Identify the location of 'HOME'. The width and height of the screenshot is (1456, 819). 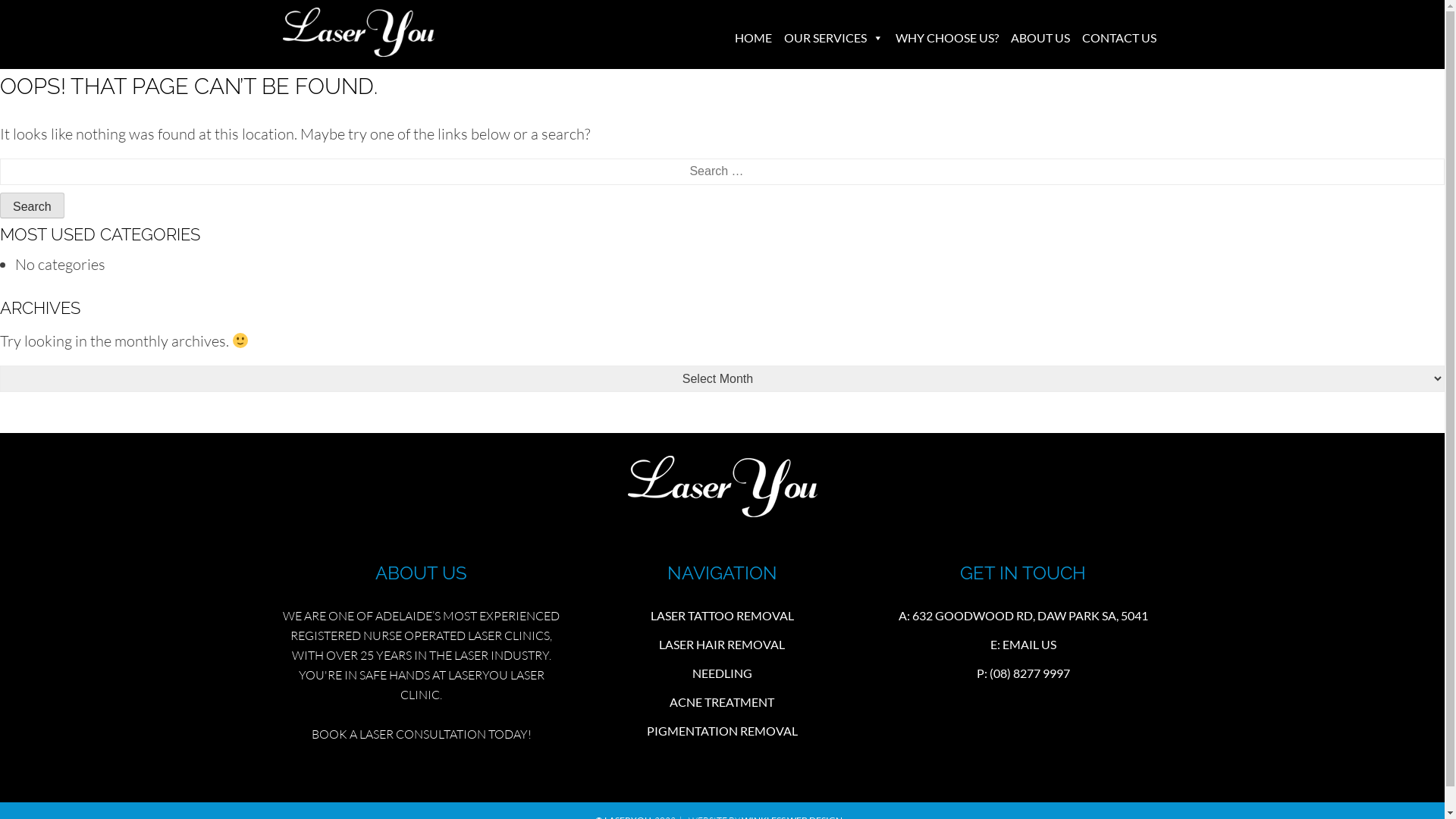
(752, 37).